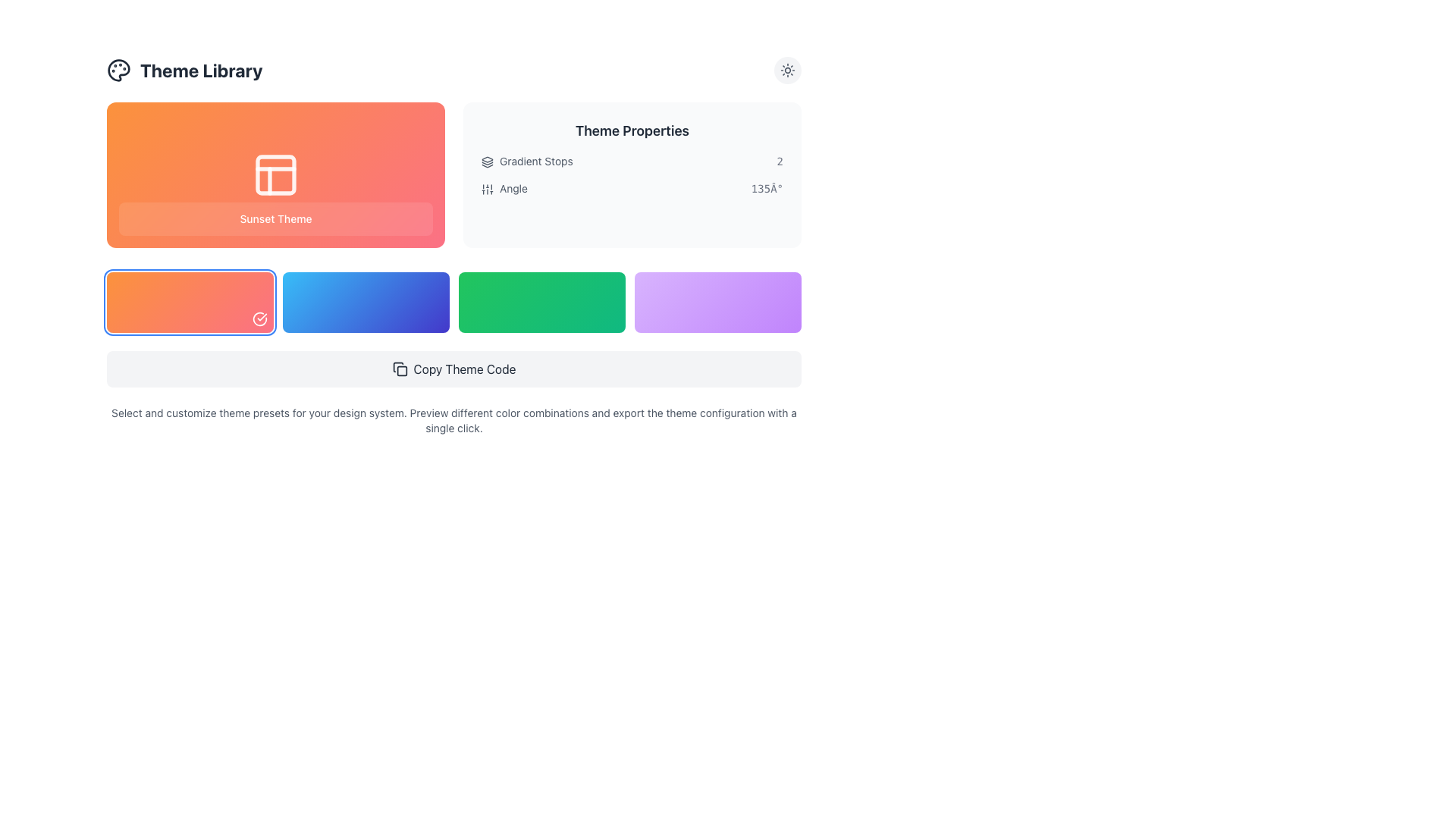  I want to click on the Text Label that describes the gradient block theme, located at the bottom section of the gradient block, centered laterally beneath the graphic icon, so click(276, 219).